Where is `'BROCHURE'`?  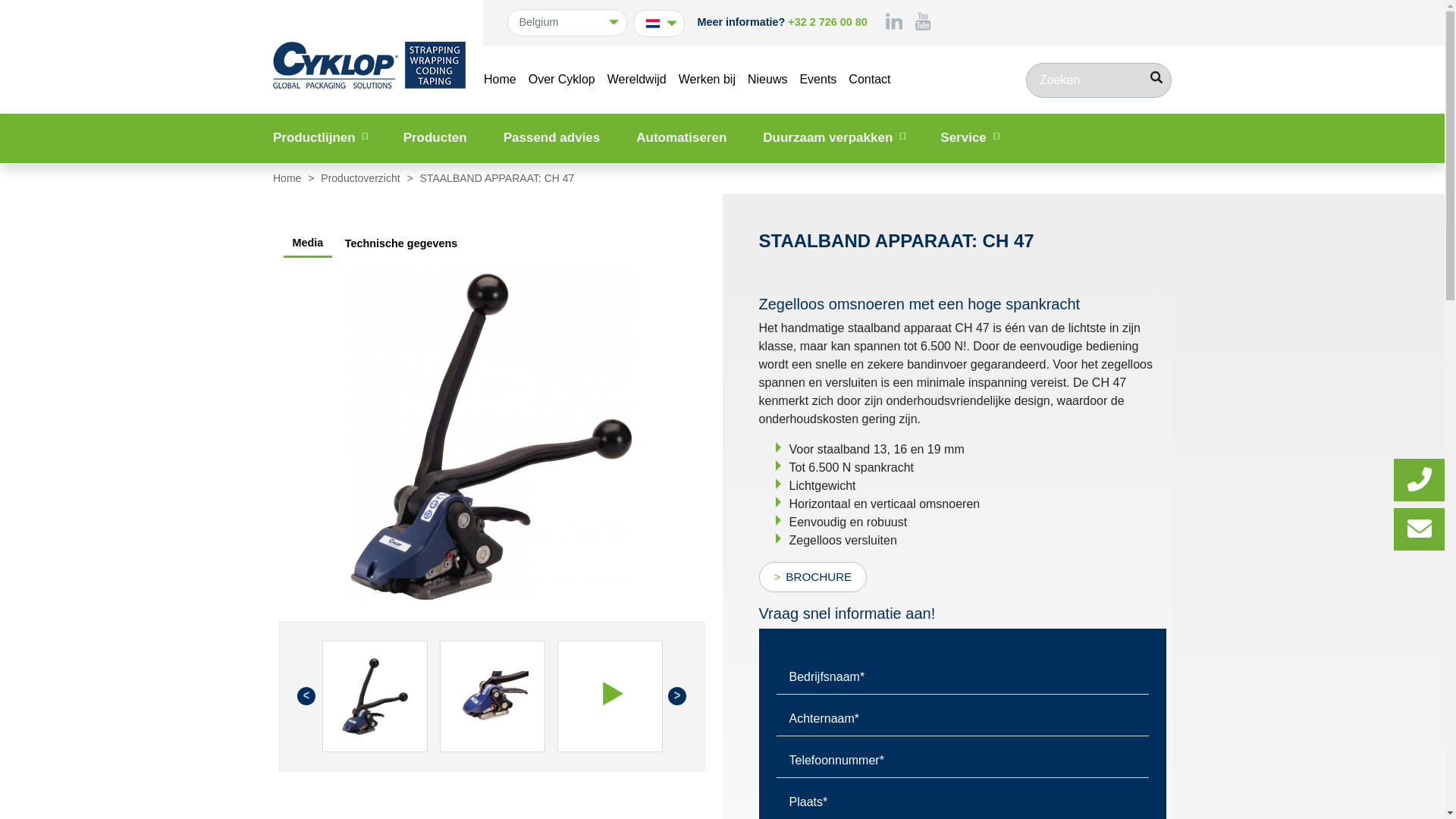
'BROCHURE' is located at coordinates (758, 576).